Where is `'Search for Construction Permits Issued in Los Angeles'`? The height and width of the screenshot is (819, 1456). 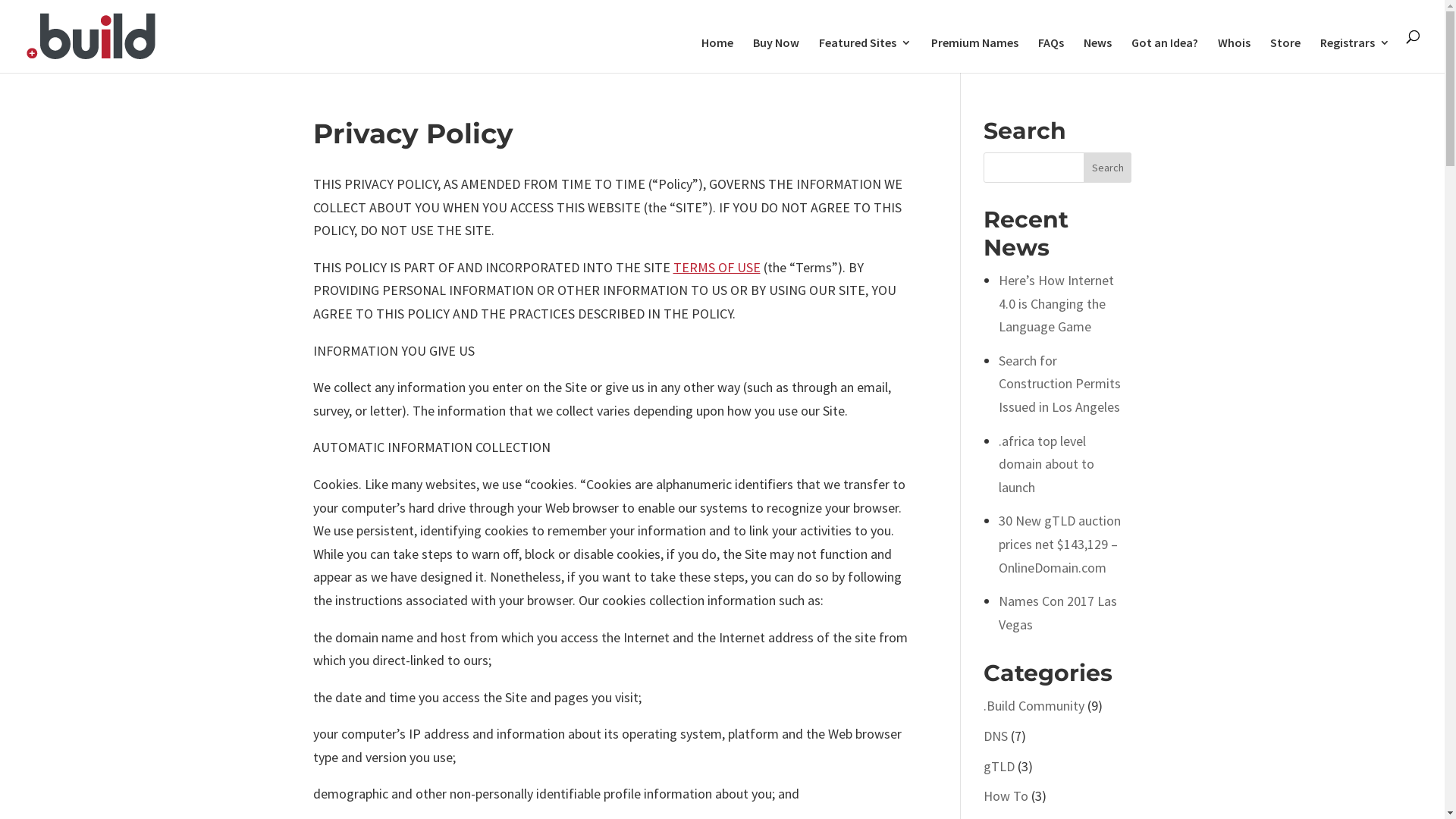
'Search for Construction Permits Issued in Los Angeles' is located at coordinates (1059, 382).